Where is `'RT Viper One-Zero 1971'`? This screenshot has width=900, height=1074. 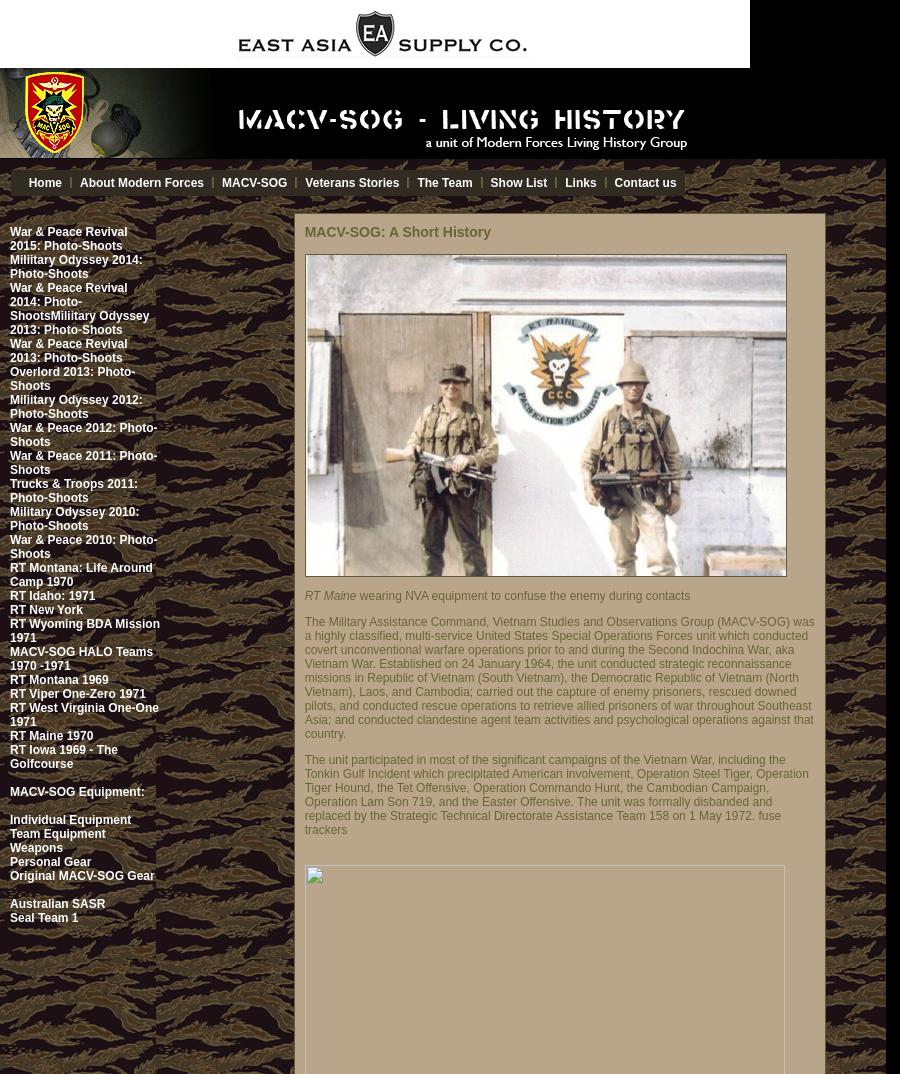
'RT Viper One-Zero 1971' is located at coordinates (76, 693).